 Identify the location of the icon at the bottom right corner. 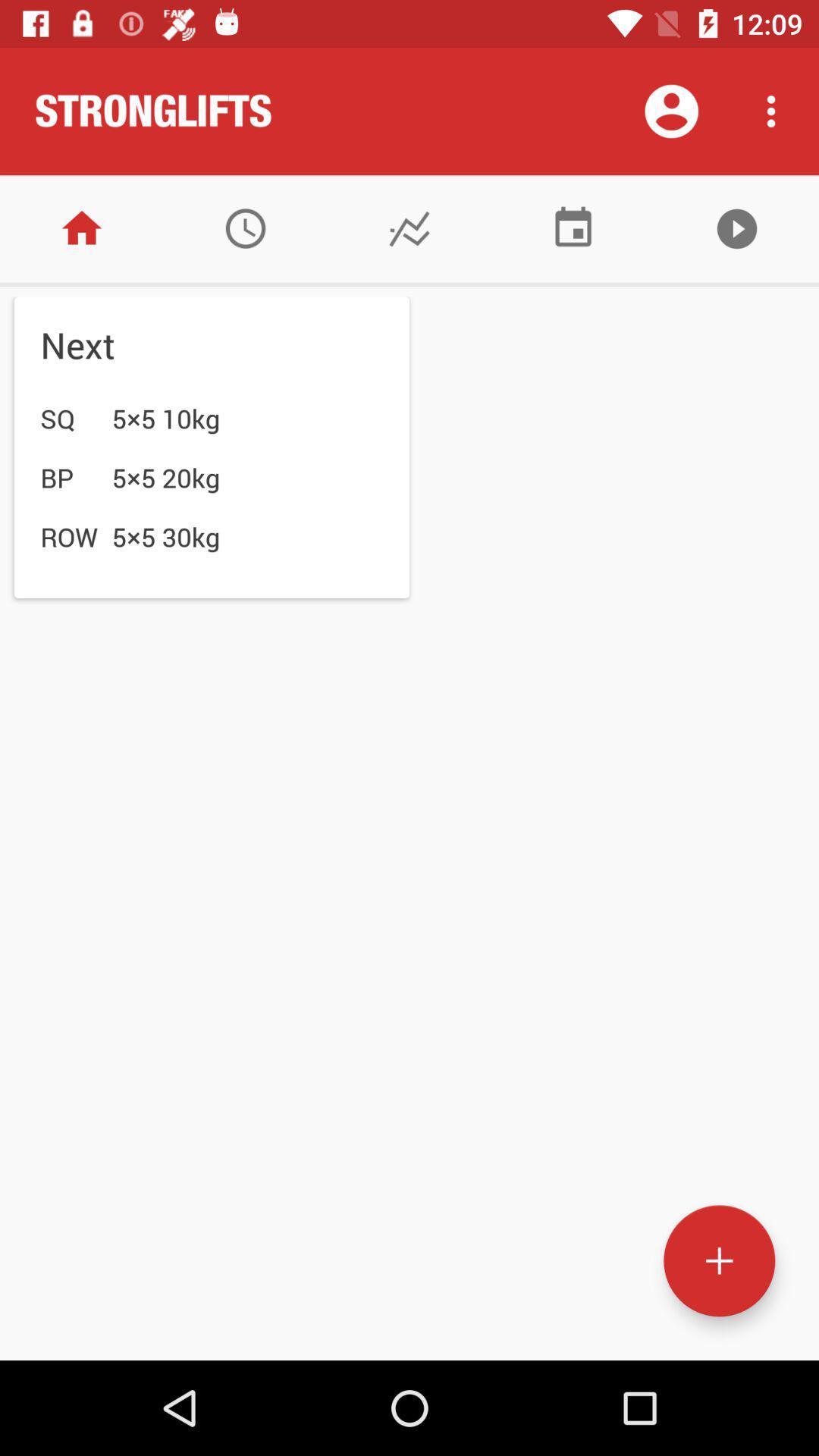
(718, 1260).